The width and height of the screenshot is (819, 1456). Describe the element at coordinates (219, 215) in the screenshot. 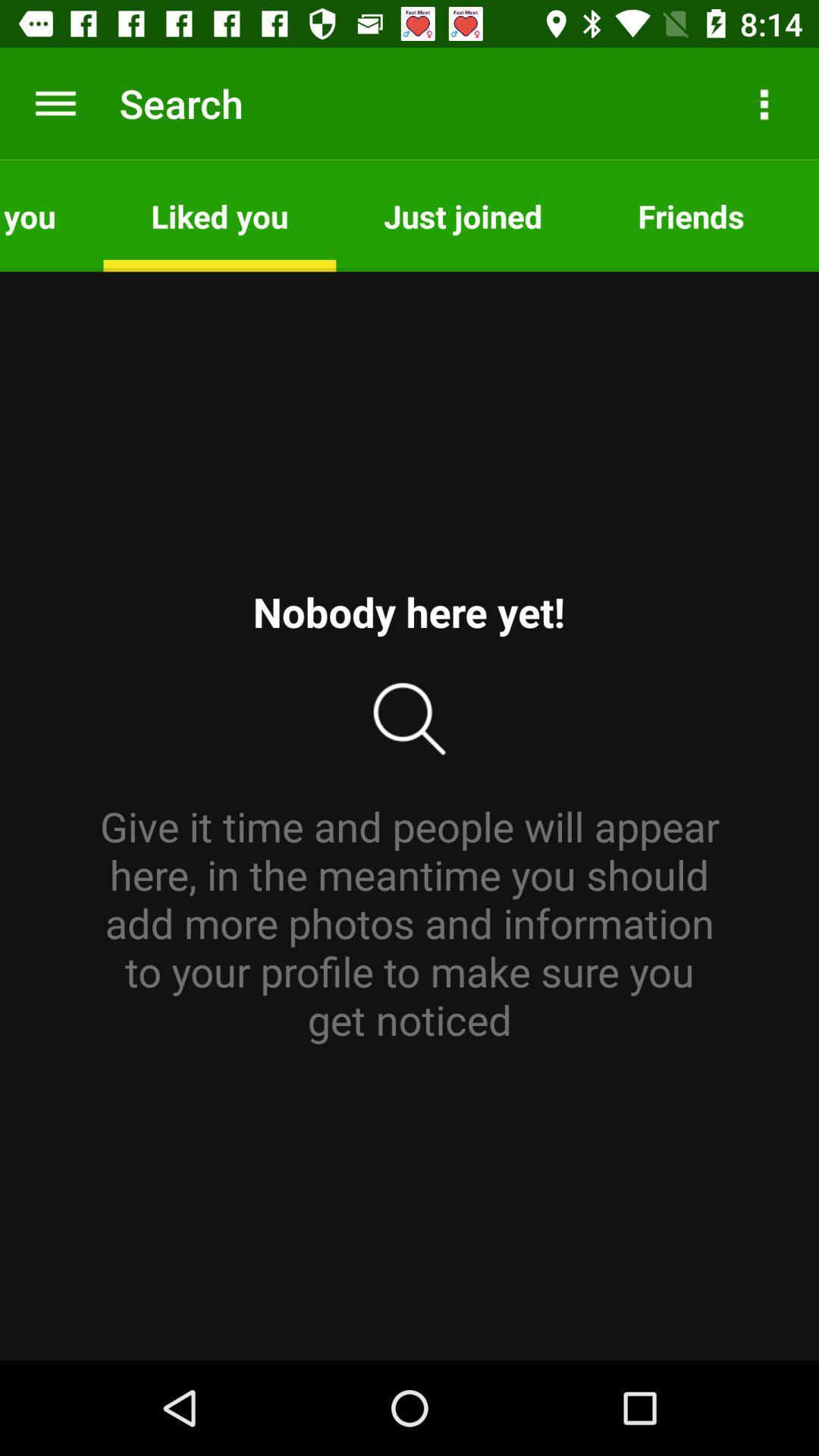

I see `the app to the left of just joined` at that location.